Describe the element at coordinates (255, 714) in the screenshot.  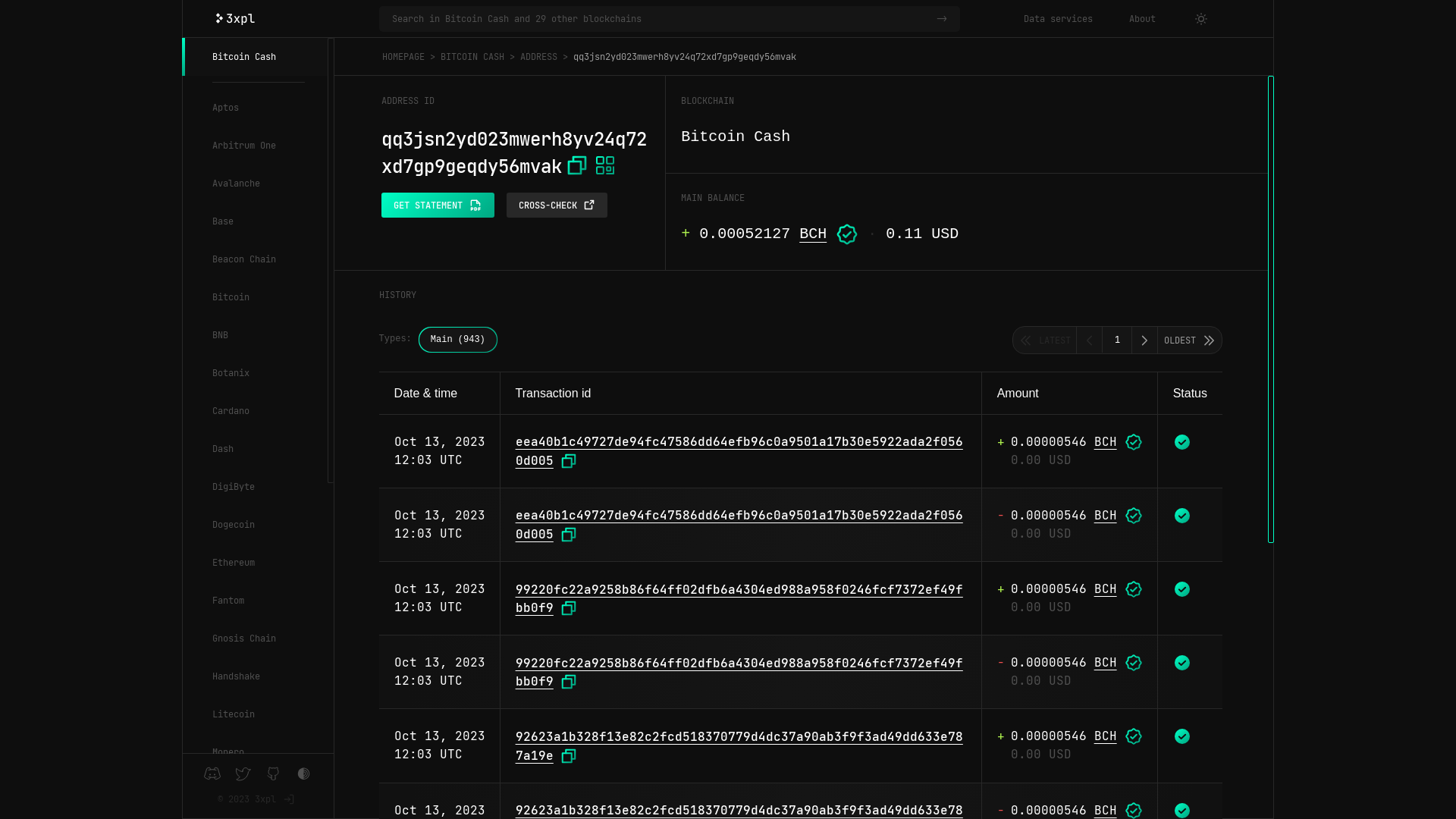
I see `'Litecoin'` at that location.